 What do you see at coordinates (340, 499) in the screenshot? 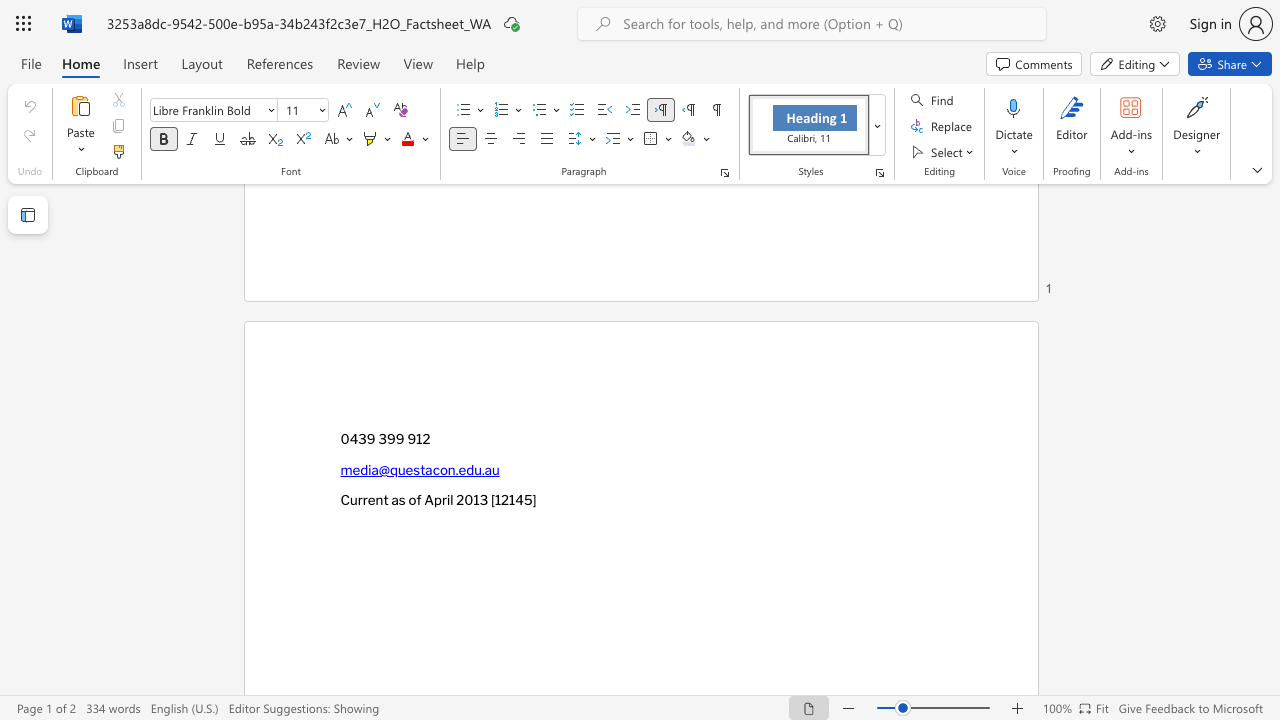
I see `the subset text "Current as of April 2013 [12145" within the text "Current as of April 2013 [12145]"` at bounding box center [340, 499].